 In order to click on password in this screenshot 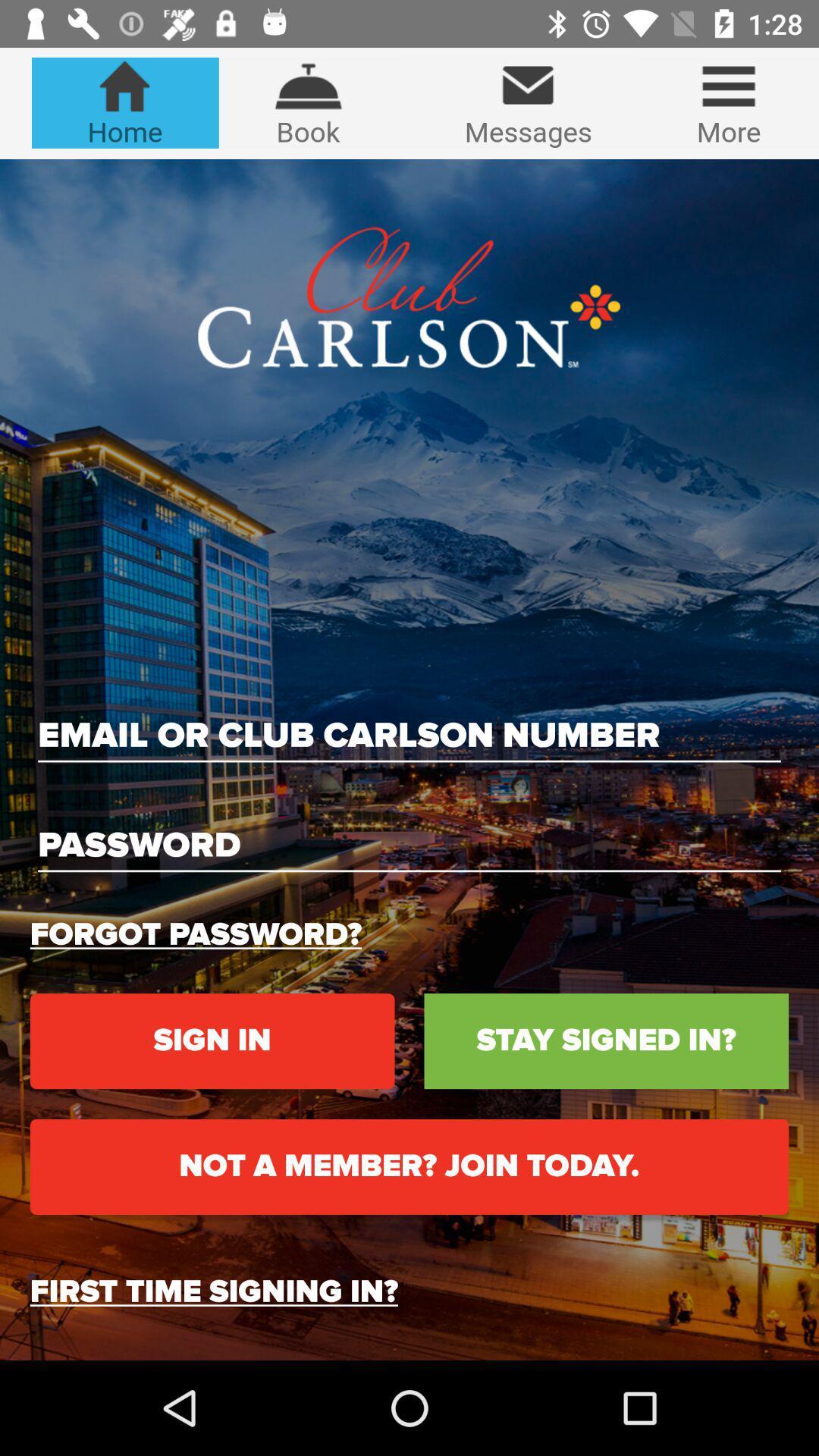, I will do `click(409, 845)`.